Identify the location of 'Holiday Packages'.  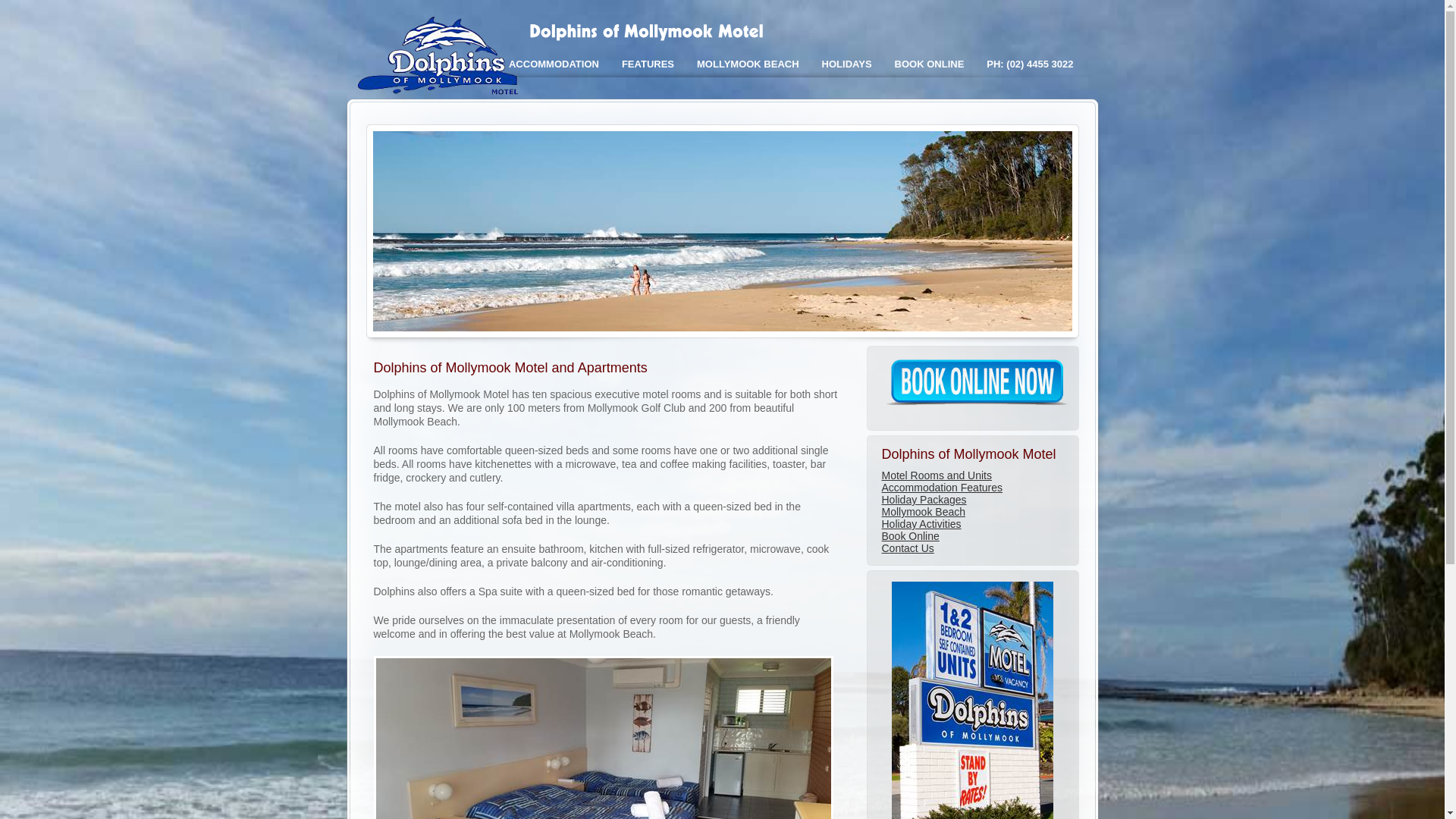
(880, 500).